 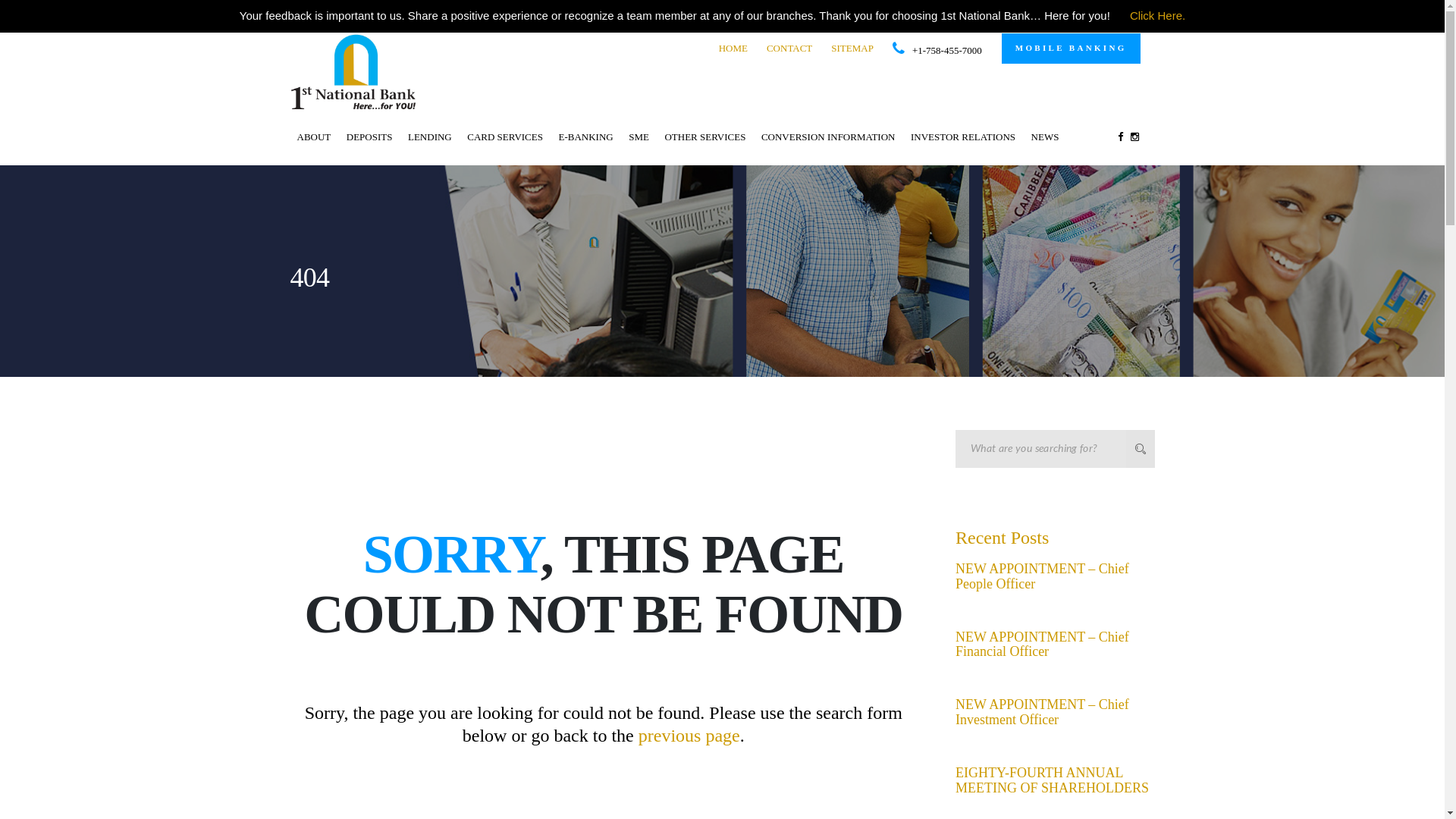 What do you see at coordinates (369, 136) in the screenshot?
I see `'DEPOSITS'` at bounding box center [369, 136].